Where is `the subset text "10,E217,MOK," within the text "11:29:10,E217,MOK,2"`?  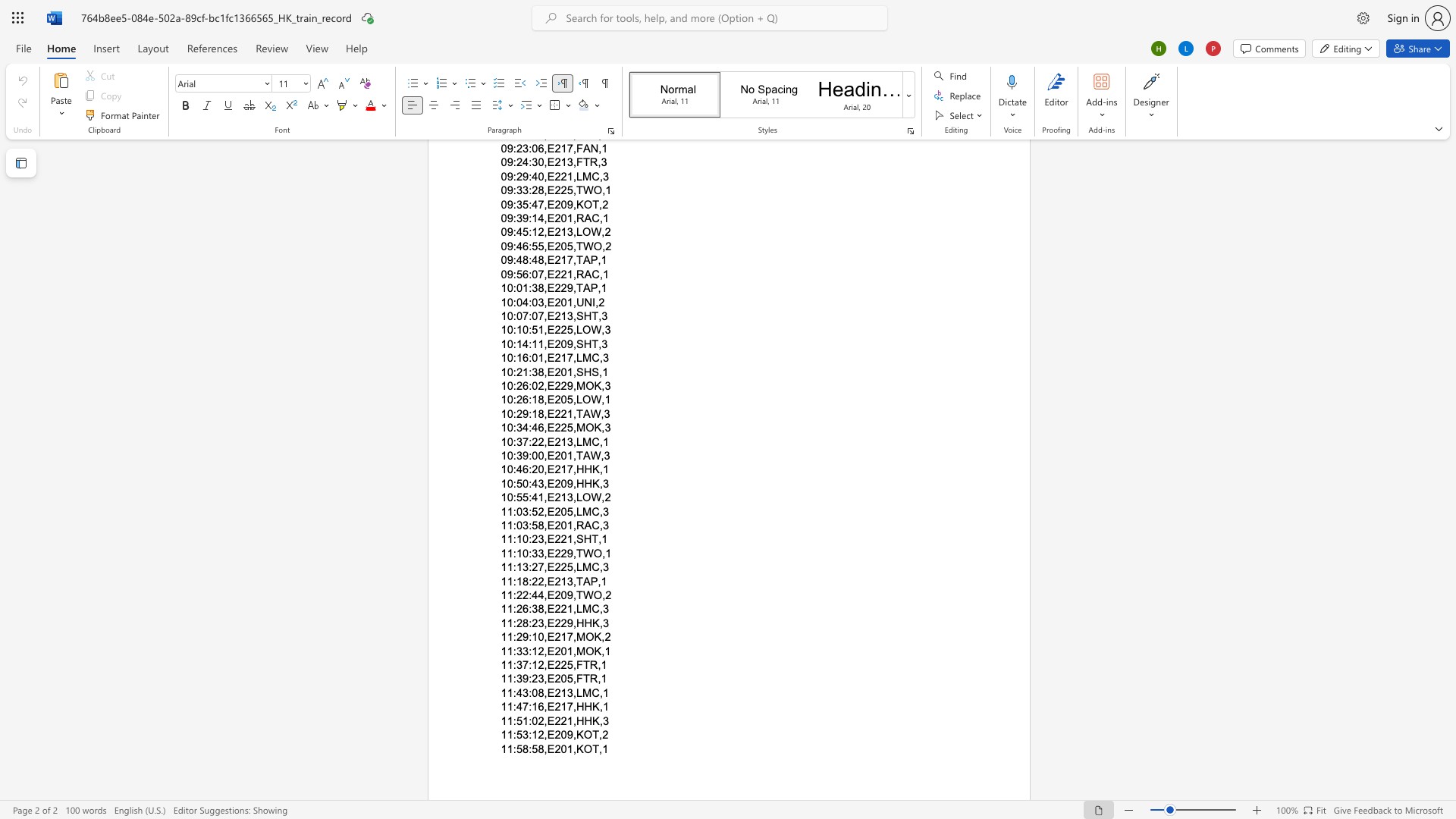
the subset text "10,E217,MOK," within the text "11:29:10,E217,MOK,2" is located at coordinates (532, 637).